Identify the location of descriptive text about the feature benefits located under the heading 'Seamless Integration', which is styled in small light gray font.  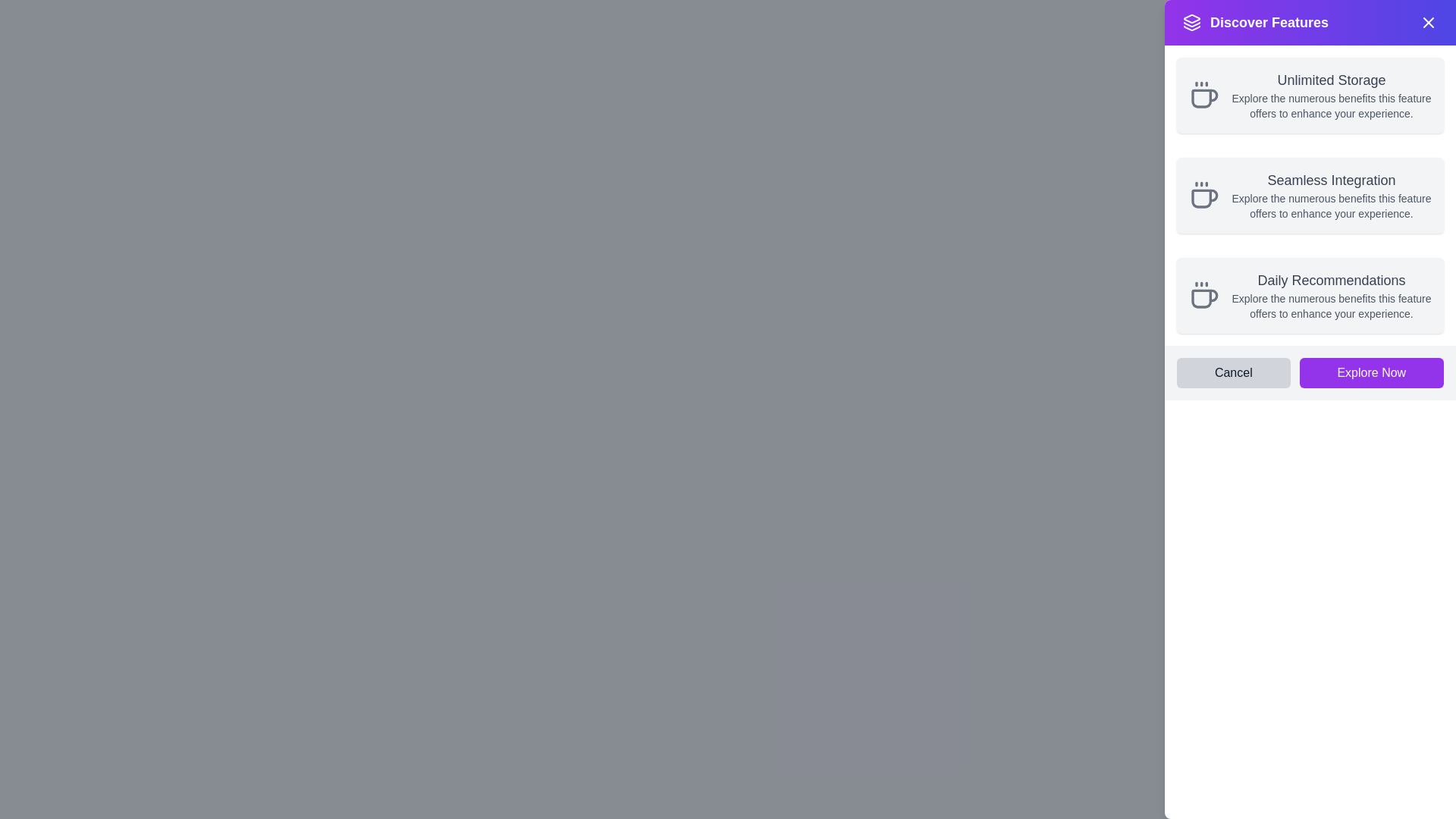
(1331, 206).